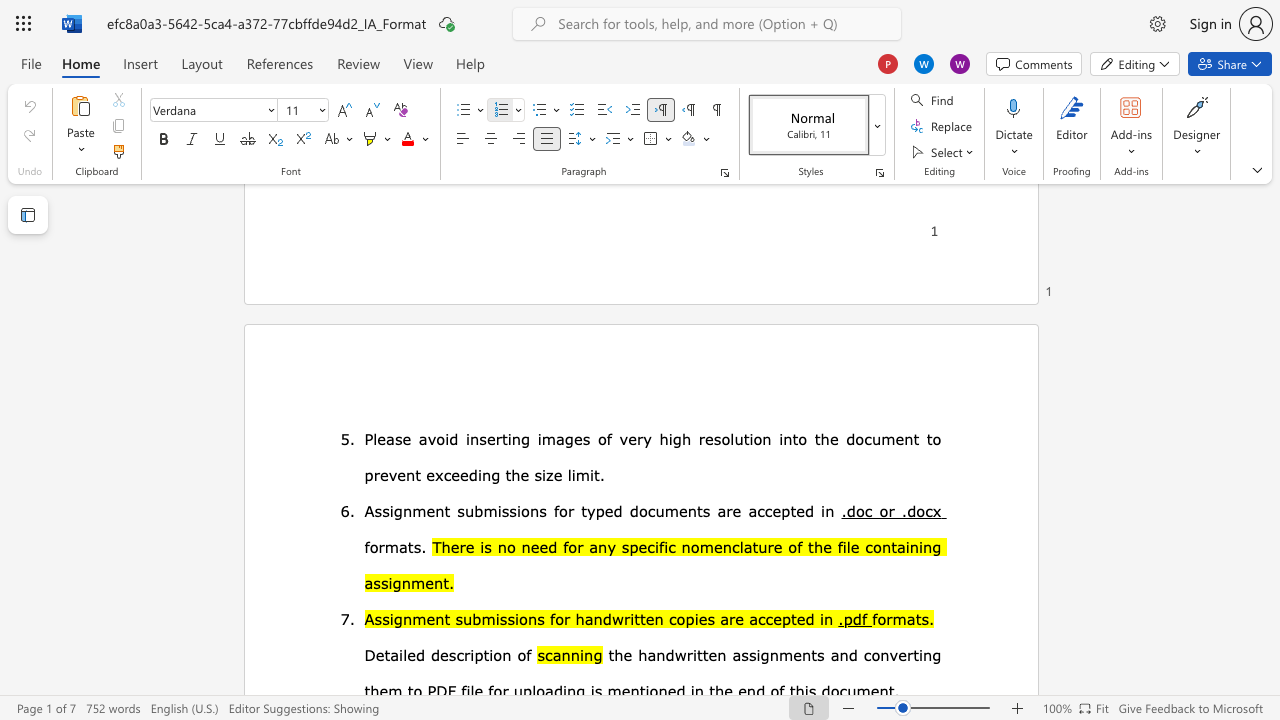 This screenshot has height=720, width=1280. Describe the element at coordinates (497, 617) in the screenshot. I see `the 2th character "i" in the text` at that location.